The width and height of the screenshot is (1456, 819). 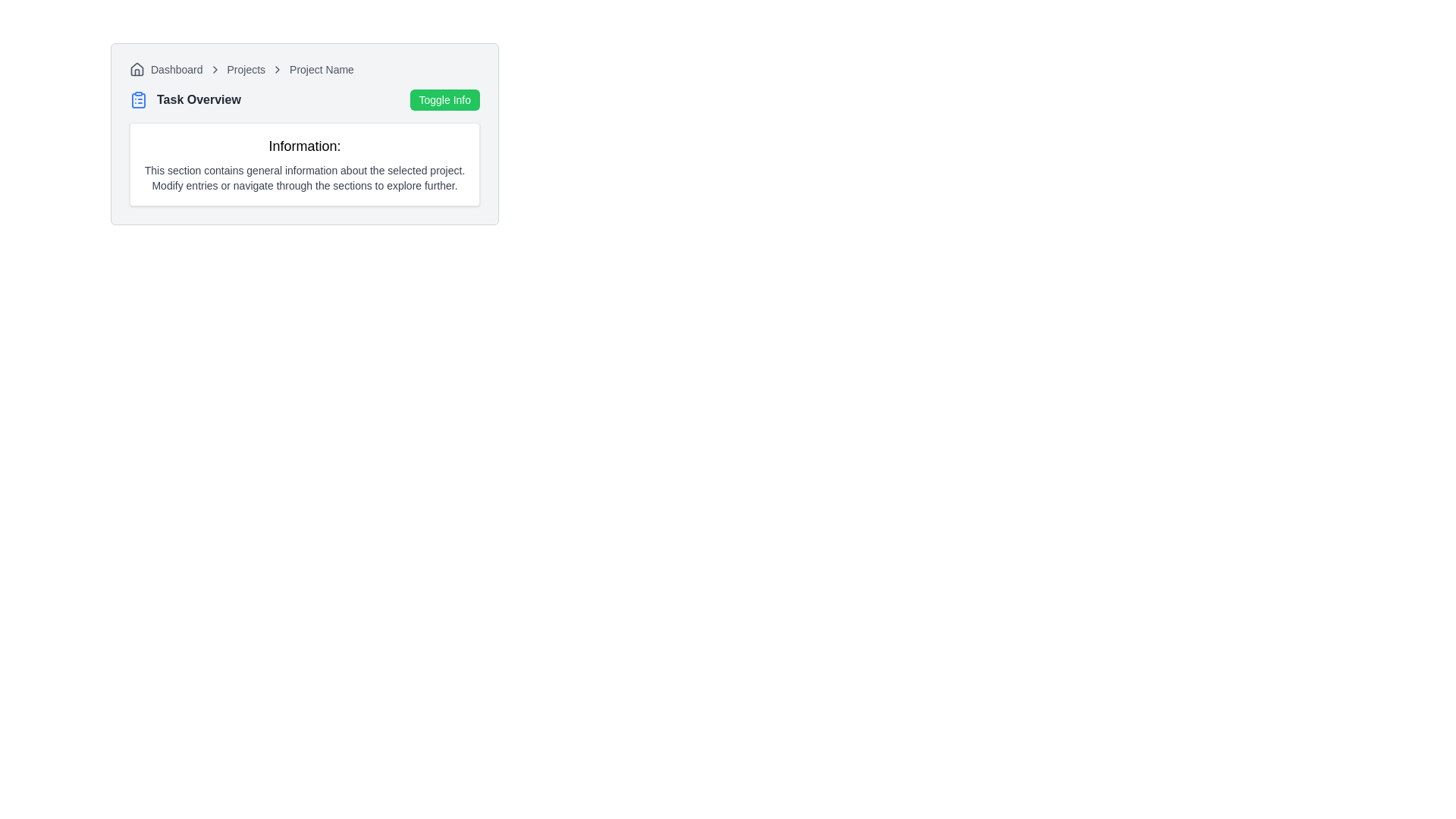 What do you see at coordinates (138, 99) in the screenshot?
I see `the blue clipboard icon, which features a simplistic design and is positioned to the left of the 'Task Overview' heading` at bounding box center [138, 99].